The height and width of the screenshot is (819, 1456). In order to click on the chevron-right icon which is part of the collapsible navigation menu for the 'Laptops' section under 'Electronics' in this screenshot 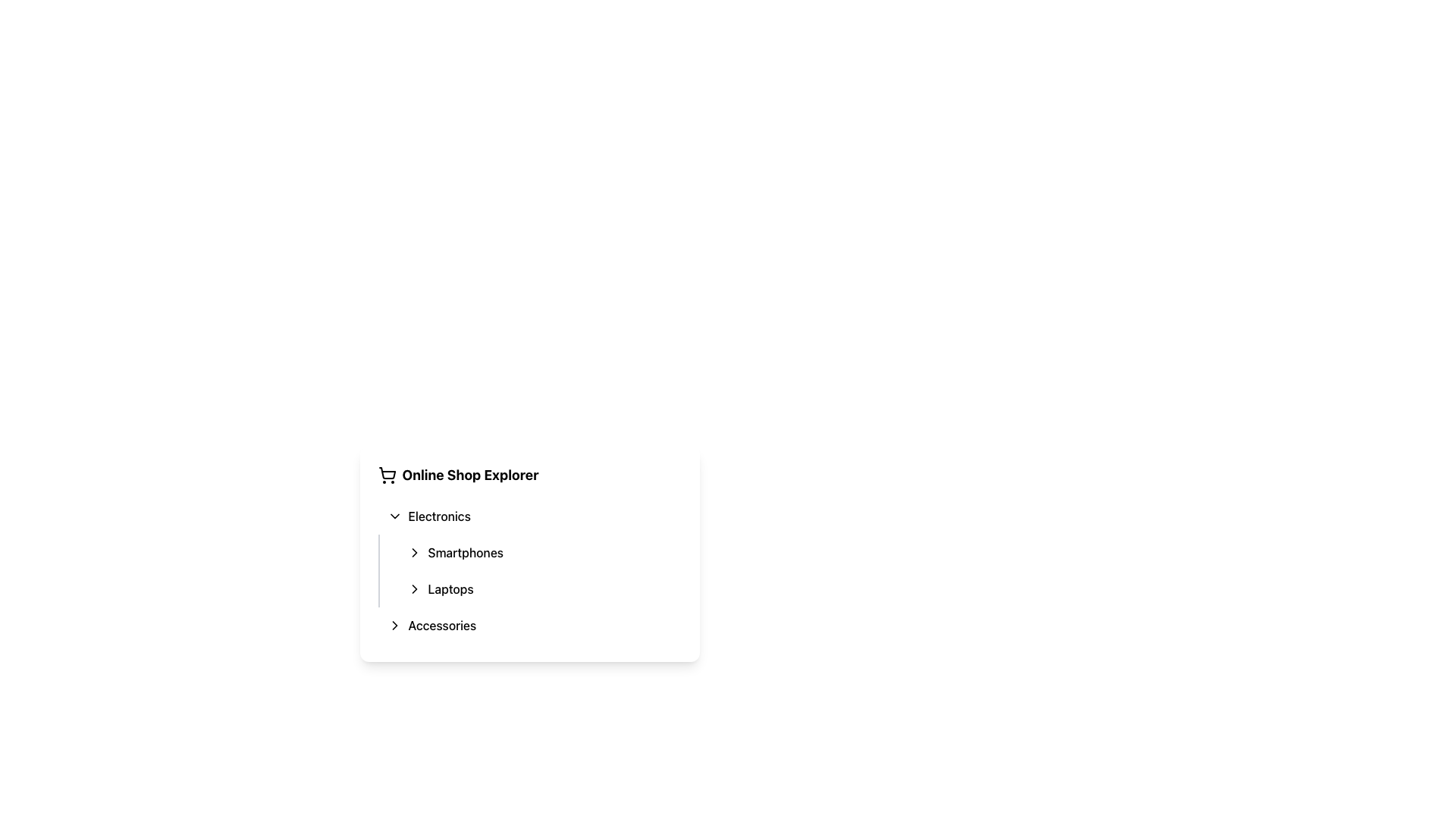, I will do `click(414, 588)`.